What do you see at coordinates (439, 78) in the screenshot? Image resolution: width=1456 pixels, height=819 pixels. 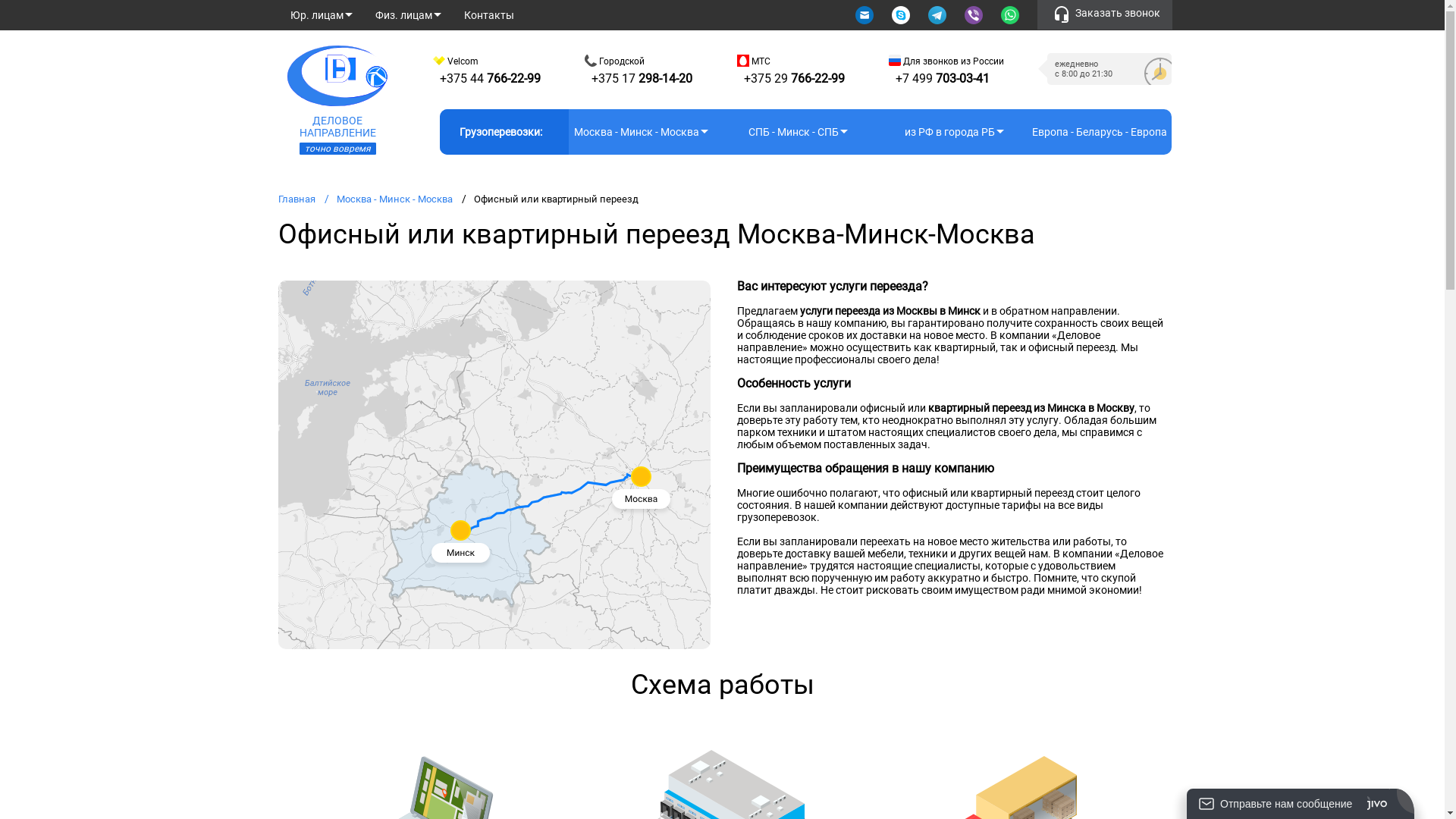 I see `'+375 44 766-22-99'` at bounding box center [439, 78].